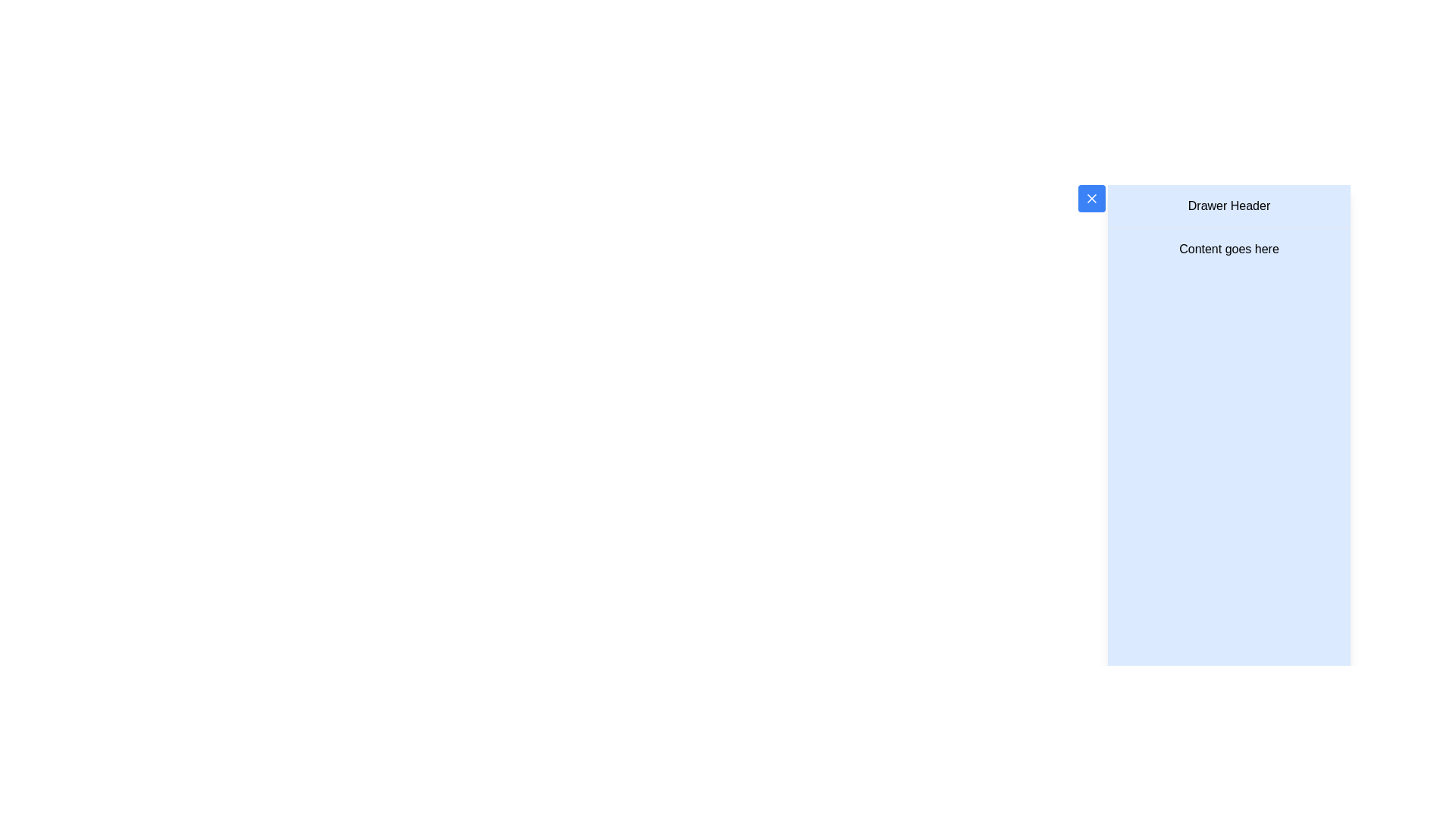 This screenshot has height=819, width=1456. Describe the element at coordinates (1090, 198) in the screenshot. I see `the close button icon located at the top-left corner of the sidebar header` at that location.